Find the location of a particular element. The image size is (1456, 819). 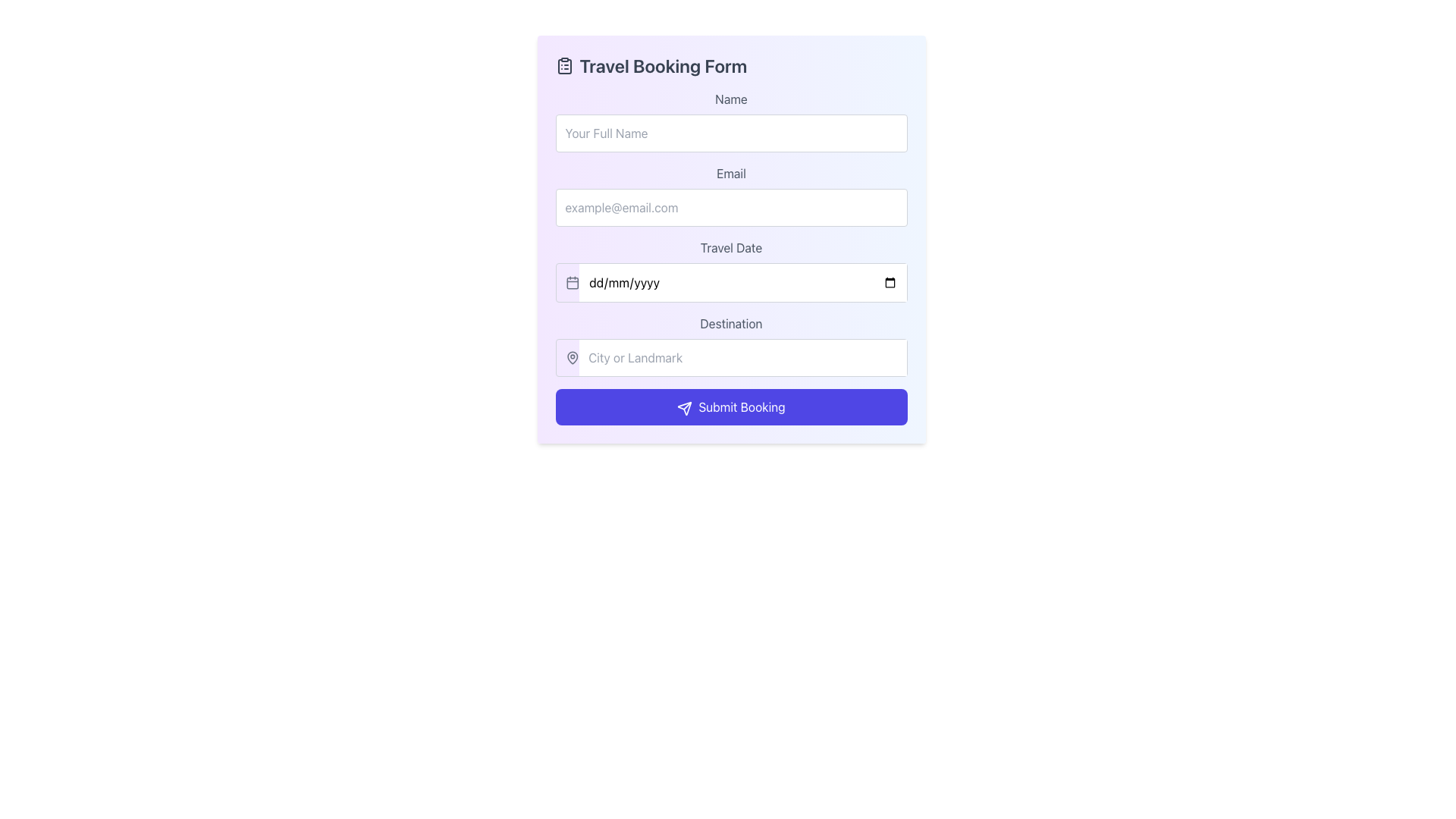

the informational header text element located at the top of the travel booking form, which provides the title of the form to users is located at coordinates (731, 65).